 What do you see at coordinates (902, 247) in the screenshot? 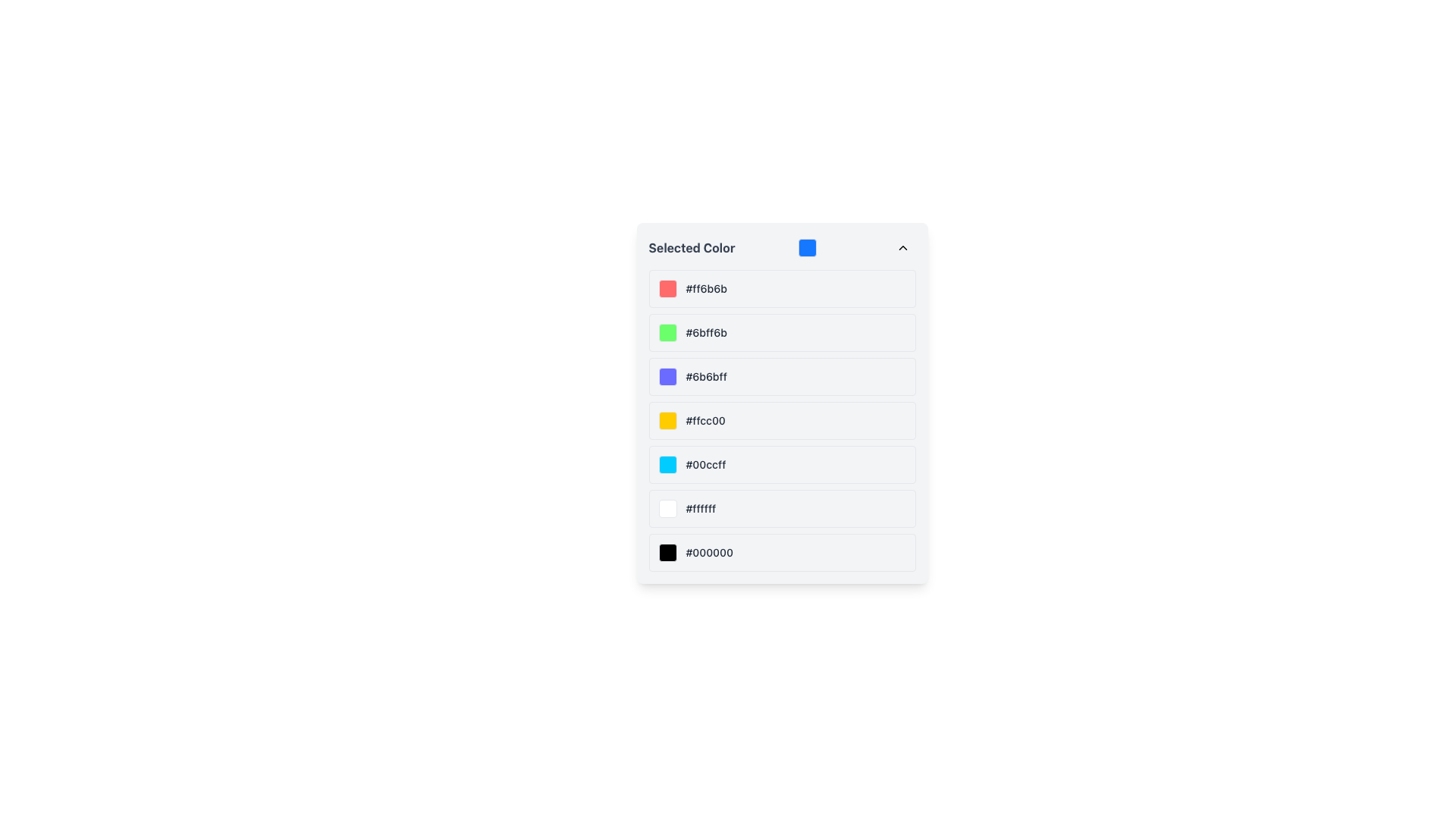
I see `the chevron icon button that toggles the options related to the 'Selected Color' header` at bounding box center [902, 247].